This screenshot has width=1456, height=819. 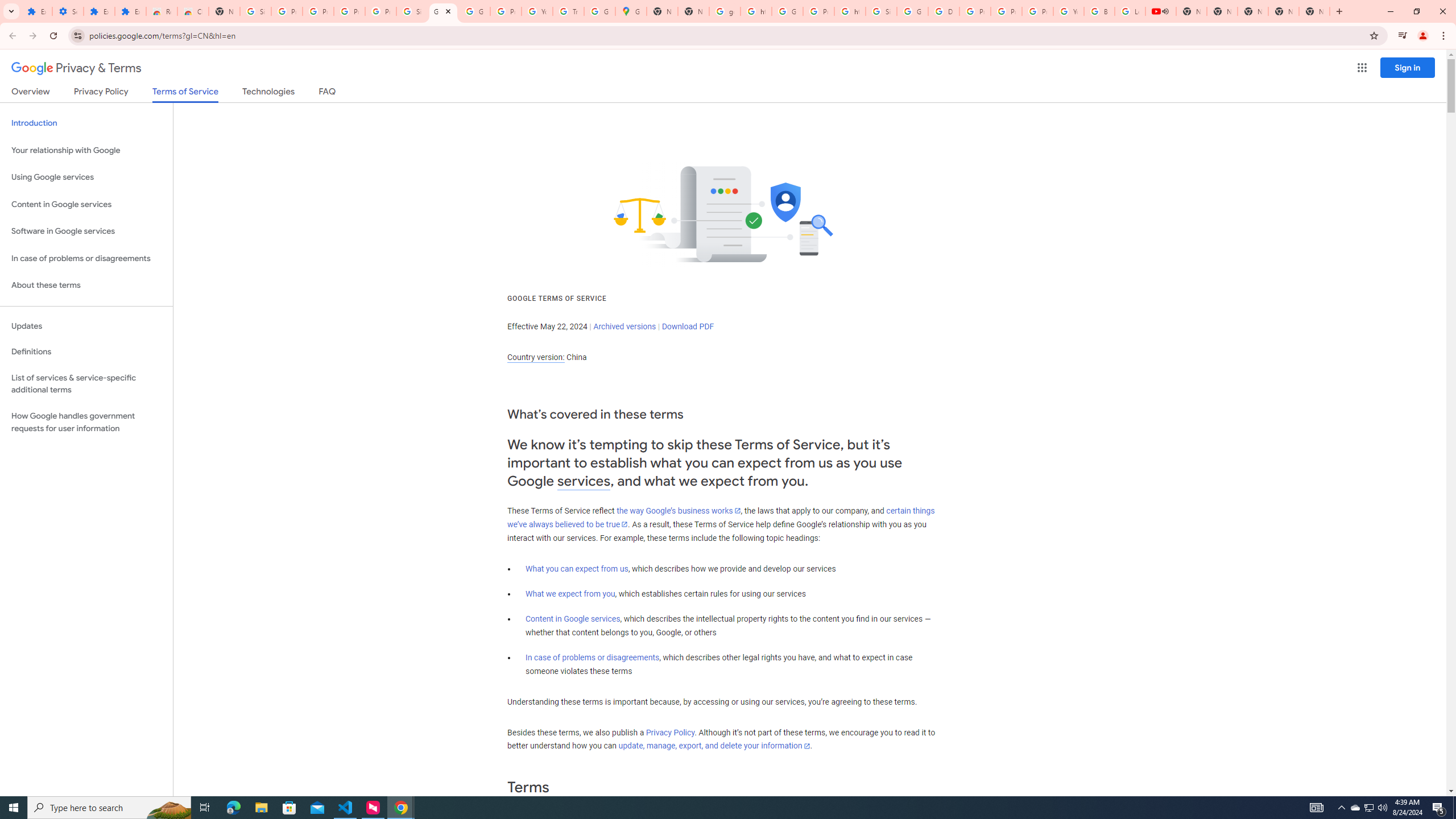 What do you see at coordinates (577, 568) in the screenshot?
I see `'What you can expect from us'` at bounding box center [577, 568].